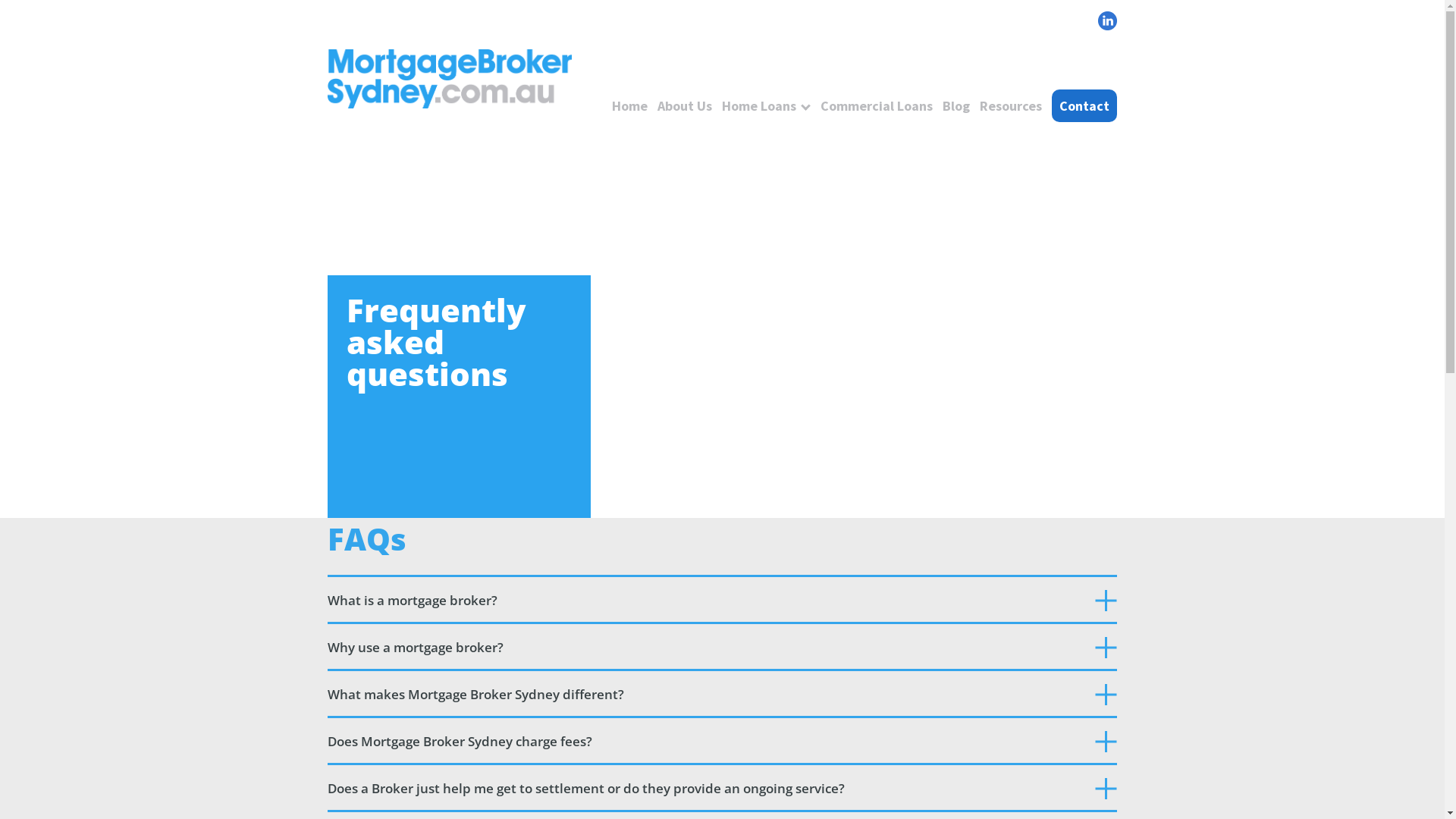  Describe the element at coordinates (611, 105) in the screenshot. I see `'Home'` at that location.